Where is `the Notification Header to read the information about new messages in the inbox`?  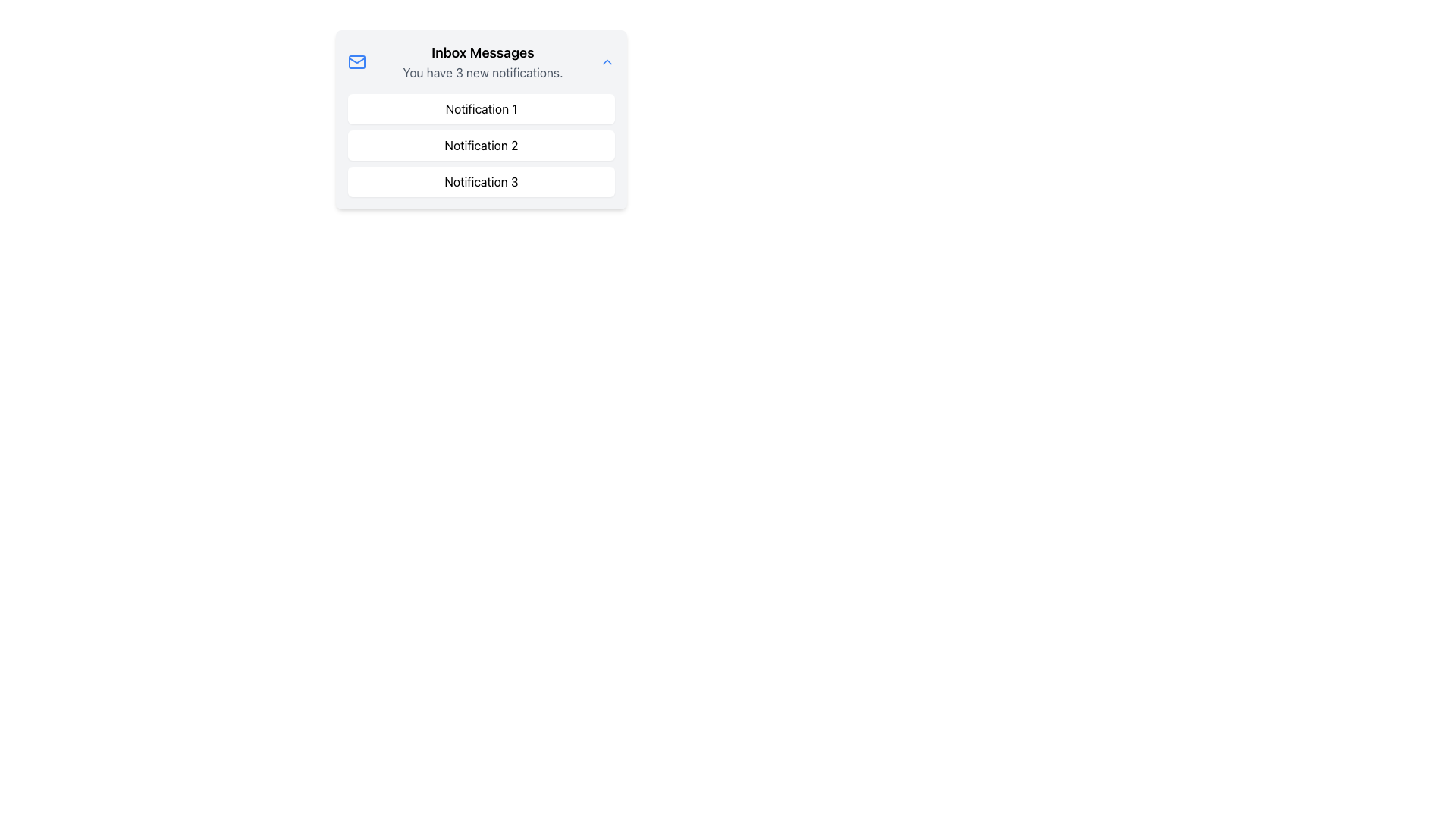 the Notification Header to read the information about new messages in the inbox is located at coordinates (480, 61).